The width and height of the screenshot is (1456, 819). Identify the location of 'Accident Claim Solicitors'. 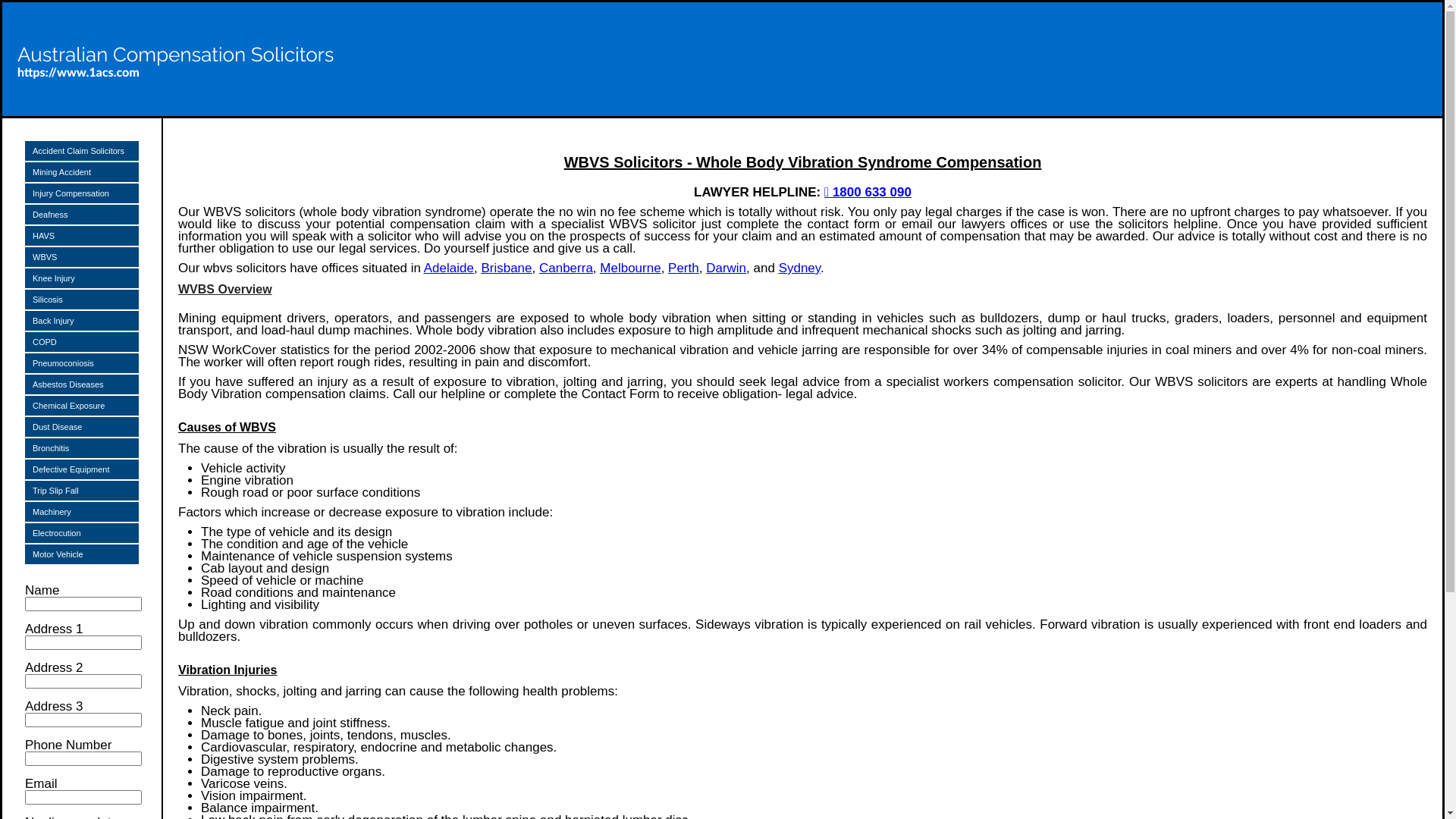
(80, 151).